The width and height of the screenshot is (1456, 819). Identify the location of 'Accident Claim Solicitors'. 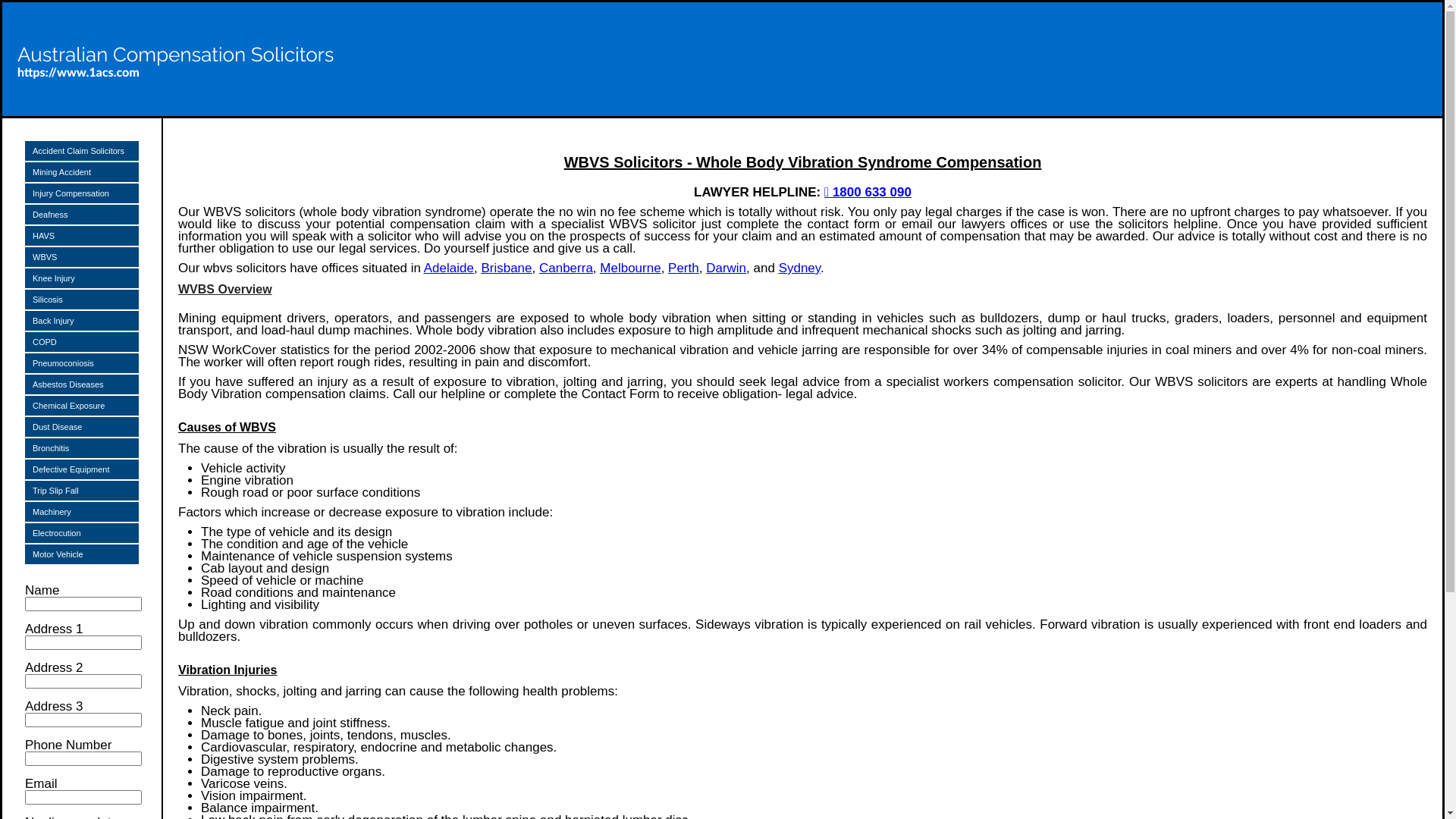
(80, 151).